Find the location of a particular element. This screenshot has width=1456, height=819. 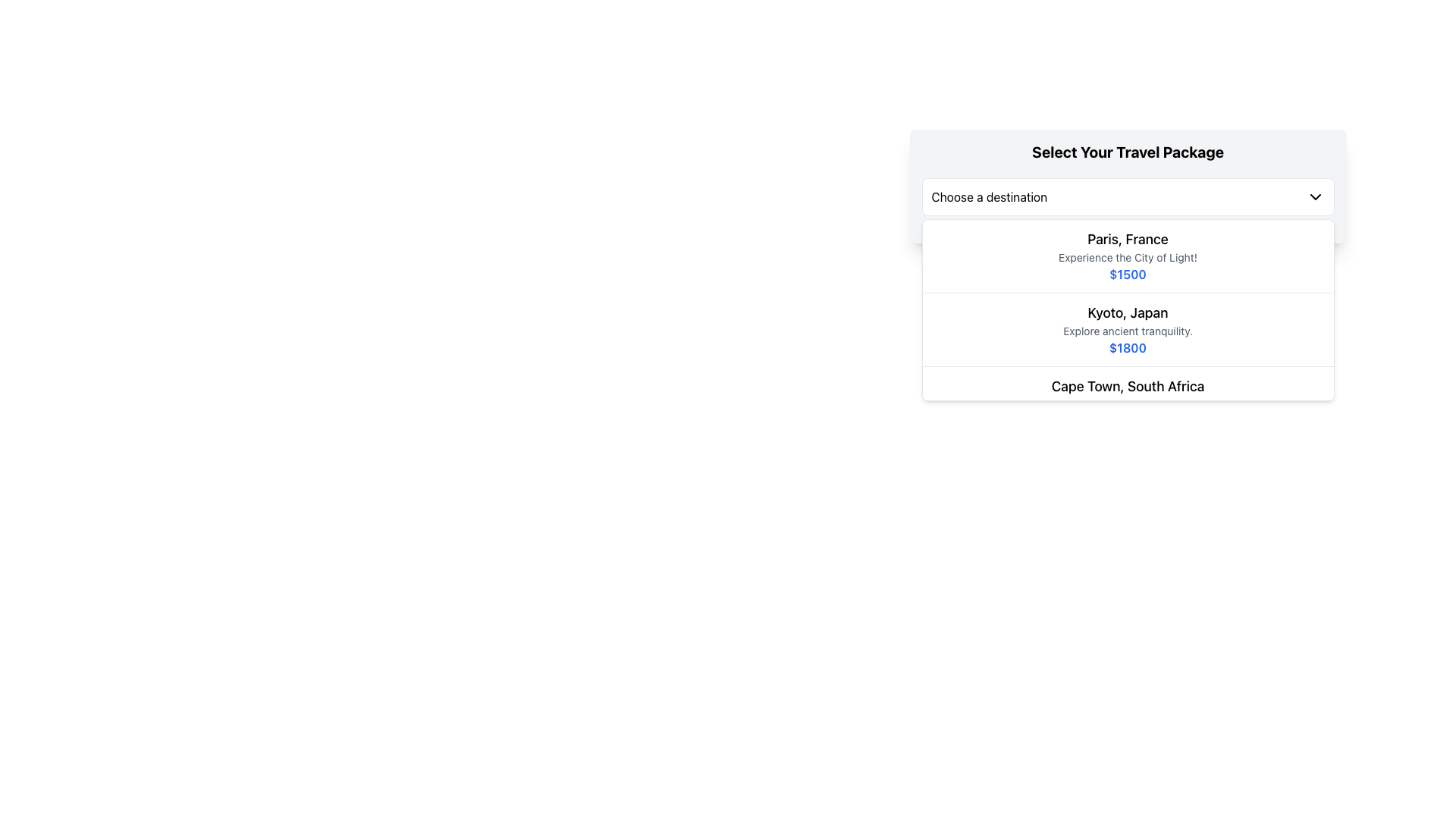

the Dropdown Menu located below the title 'Select Your Travel Package' is located at coordinates (1128, 196).